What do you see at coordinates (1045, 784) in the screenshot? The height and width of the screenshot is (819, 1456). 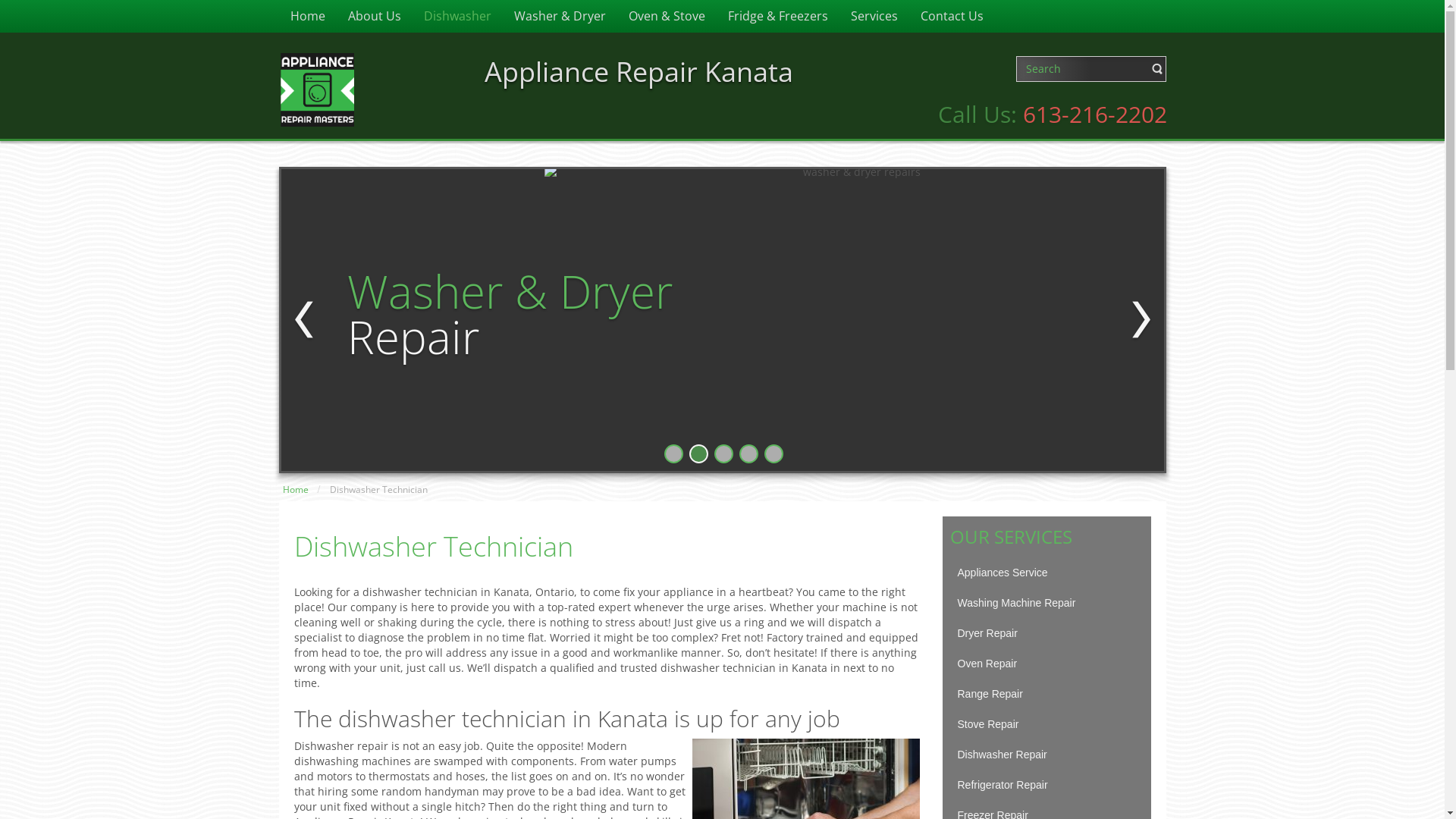 I see `'Refrigerator Repair'` at bounding box center [1045, 784].